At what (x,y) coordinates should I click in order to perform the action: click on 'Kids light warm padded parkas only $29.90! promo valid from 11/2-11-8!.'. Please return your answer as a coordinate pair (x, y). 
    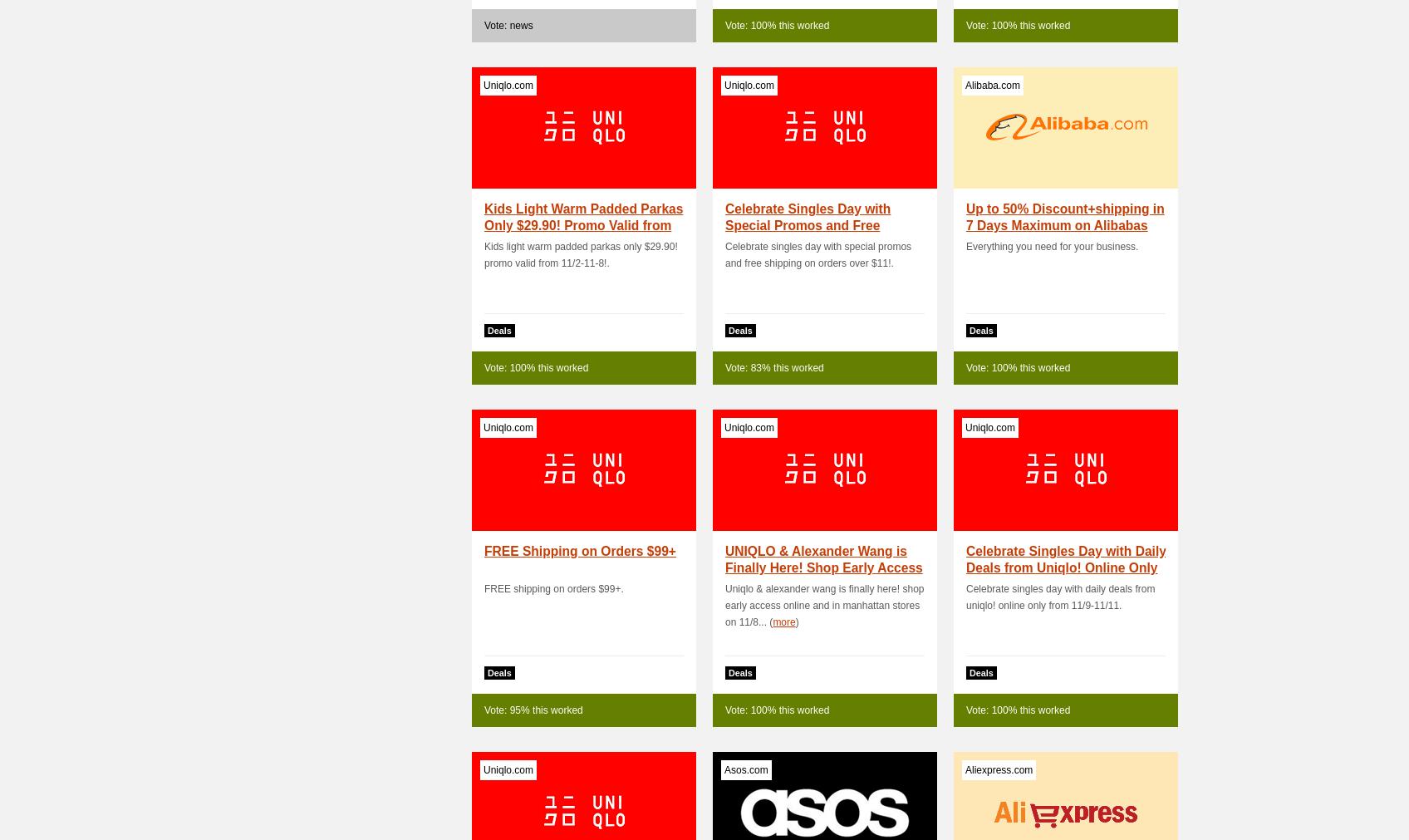
    Looking at the image, I should click on (579, 255).